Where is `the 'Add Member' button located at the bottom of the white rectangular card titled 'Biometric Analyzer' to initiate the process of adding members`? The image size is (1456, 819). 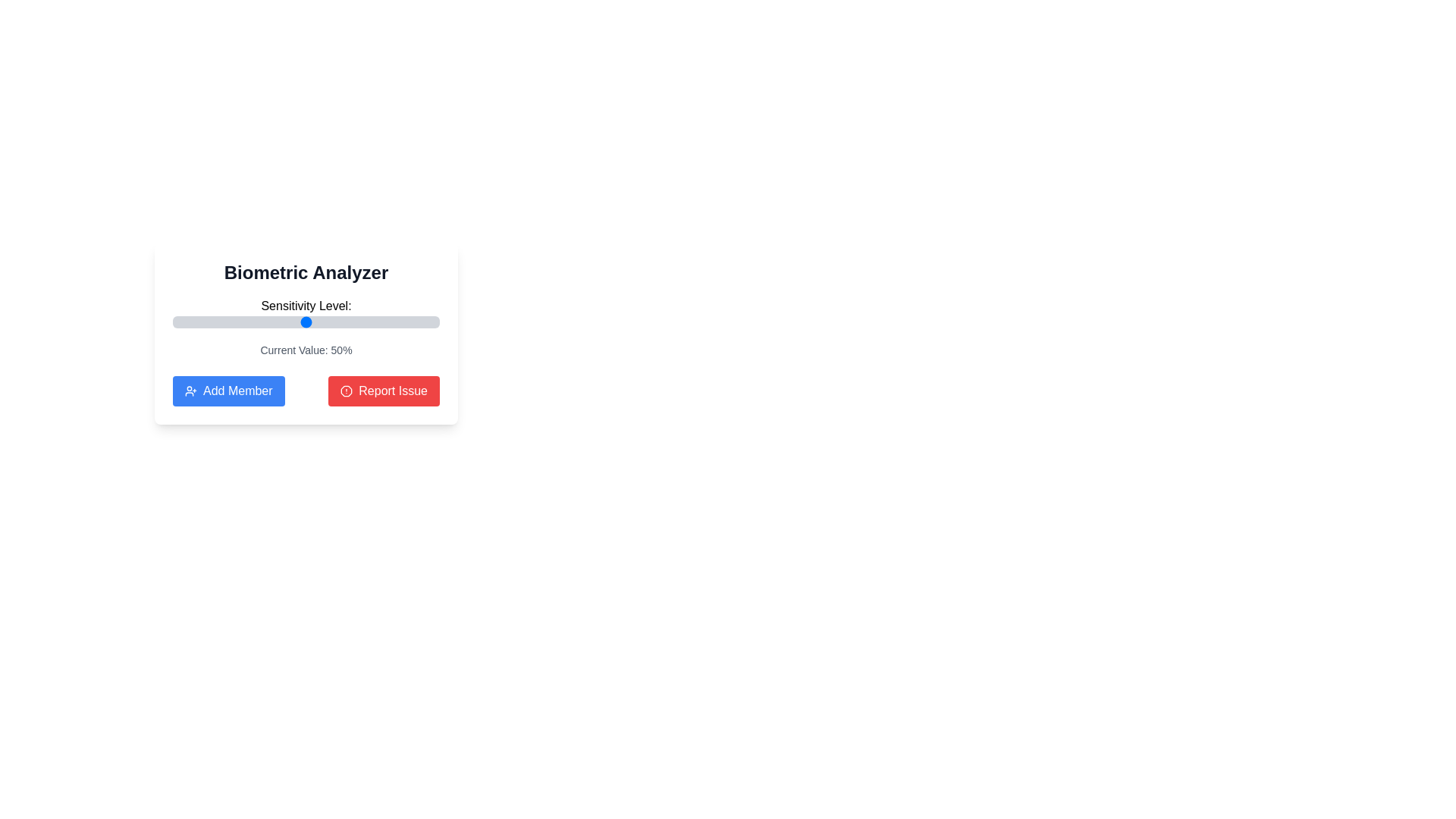
the 'Add Member' button located at the bottom of the white rectangular card titled 'Biometric Analyzer' to initiate the process of adding members is located at coordinates (305, 332).